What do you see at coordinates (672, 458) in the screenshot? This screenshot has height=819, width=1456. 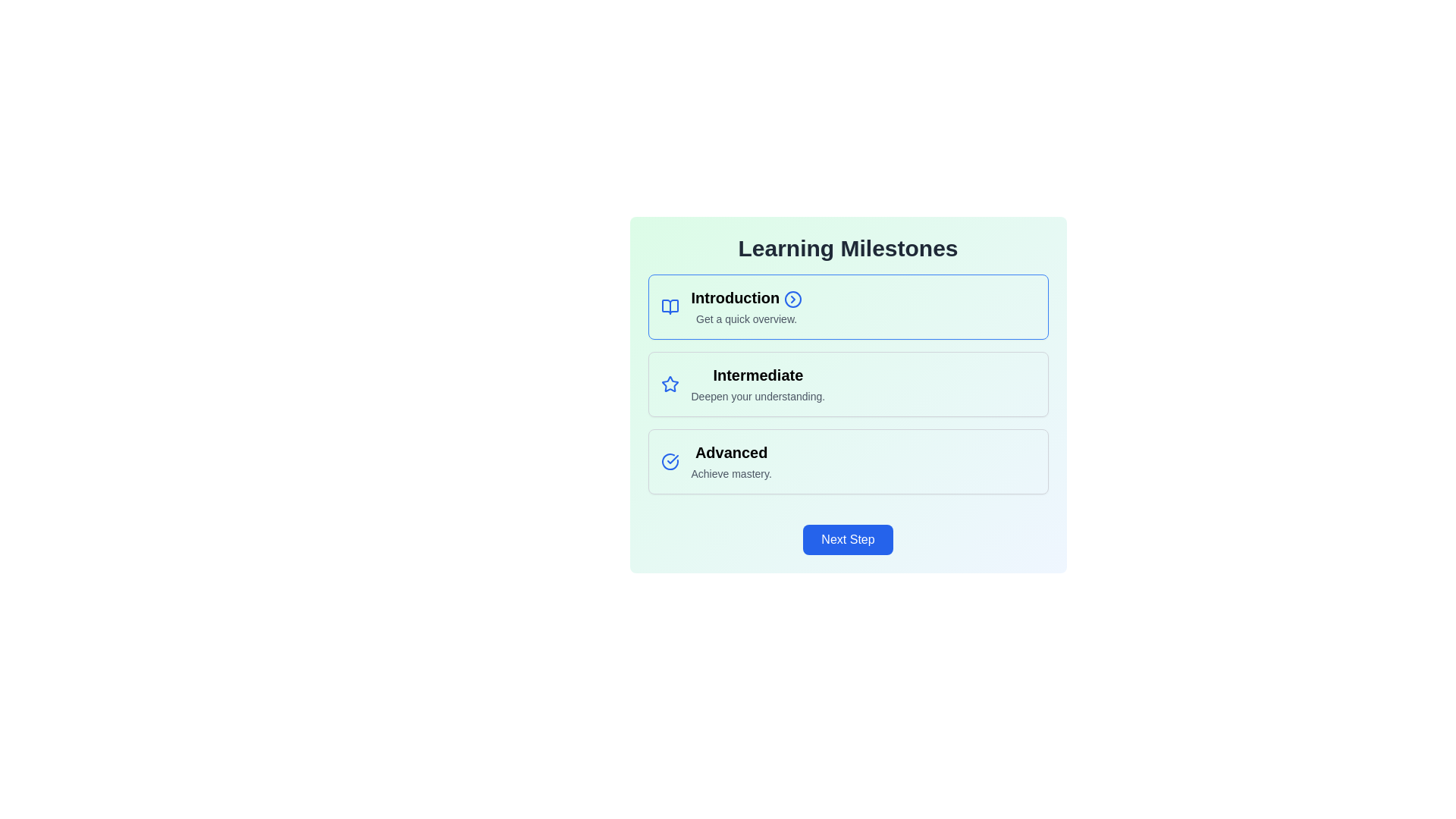 I see `the checkmark icon next to the 'Introduction' section header, which is part of an SVG icon with thin and smooth lines` at bounding box center [672, 458].